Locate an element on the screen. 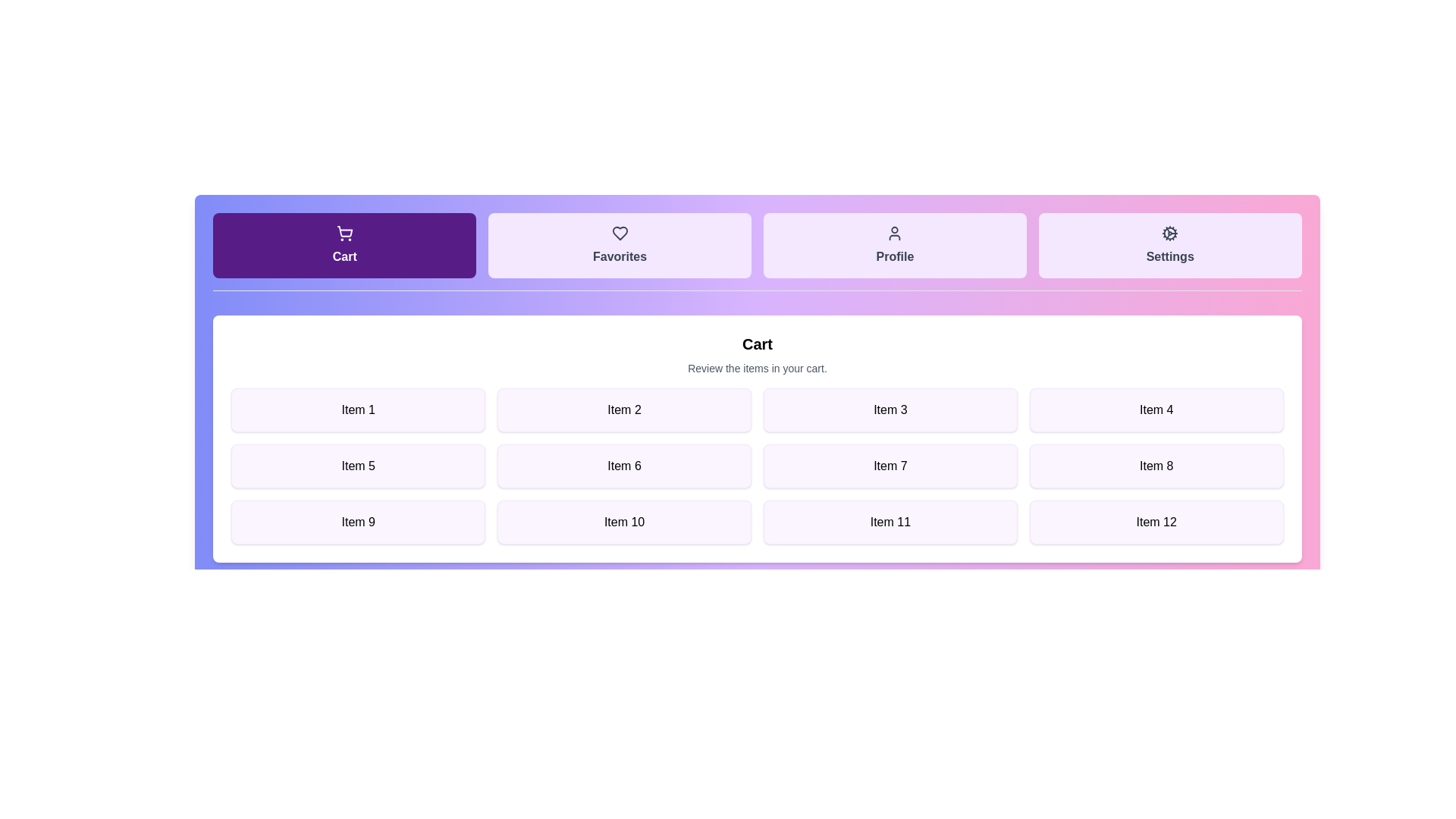  the Favorites tab to observe its visual design is located at coordinates (620, 245).